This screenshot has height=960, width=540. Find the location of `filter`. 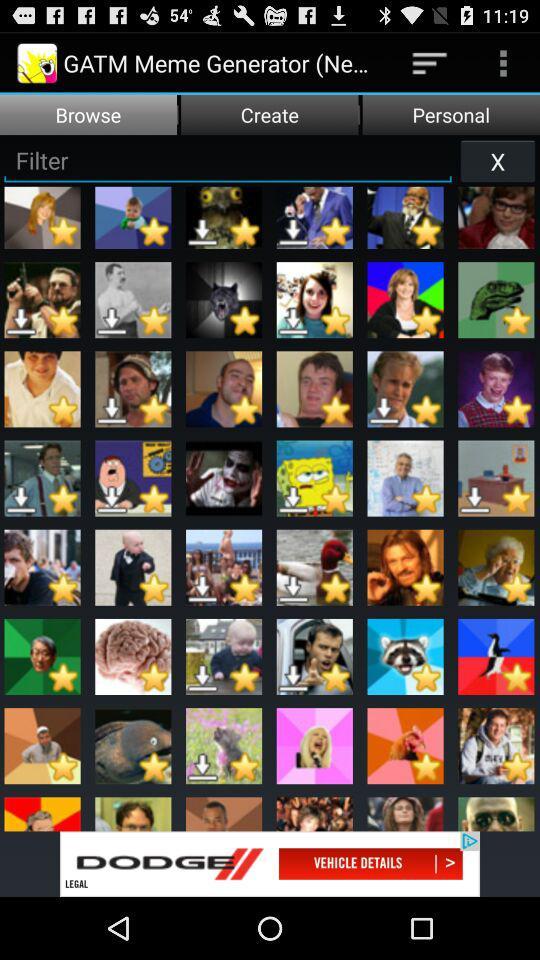

filter is located at coordinates (226, 159).